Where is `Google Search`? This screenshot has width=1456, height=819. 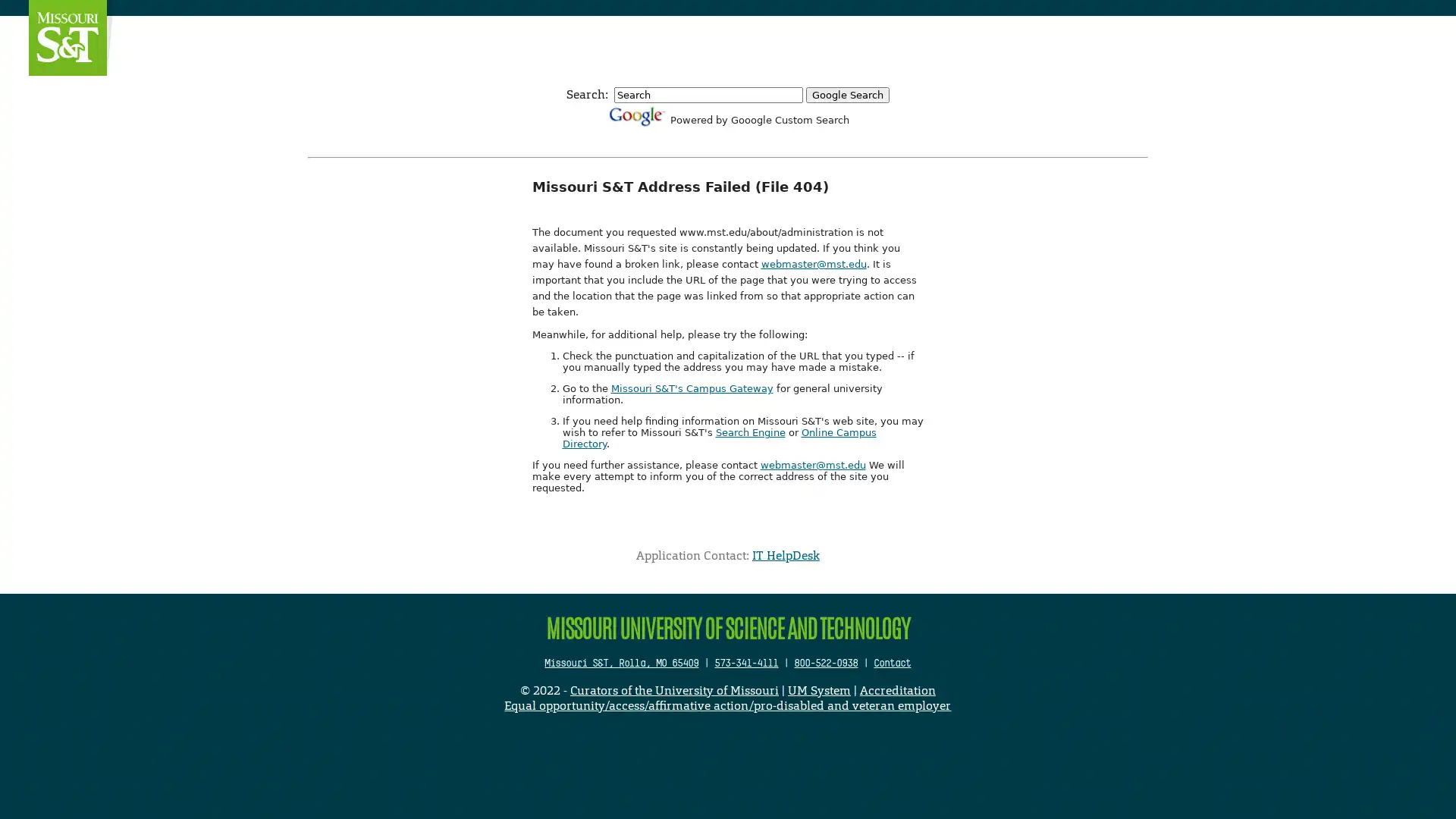 Google Search is located at coordinates (847, 95).